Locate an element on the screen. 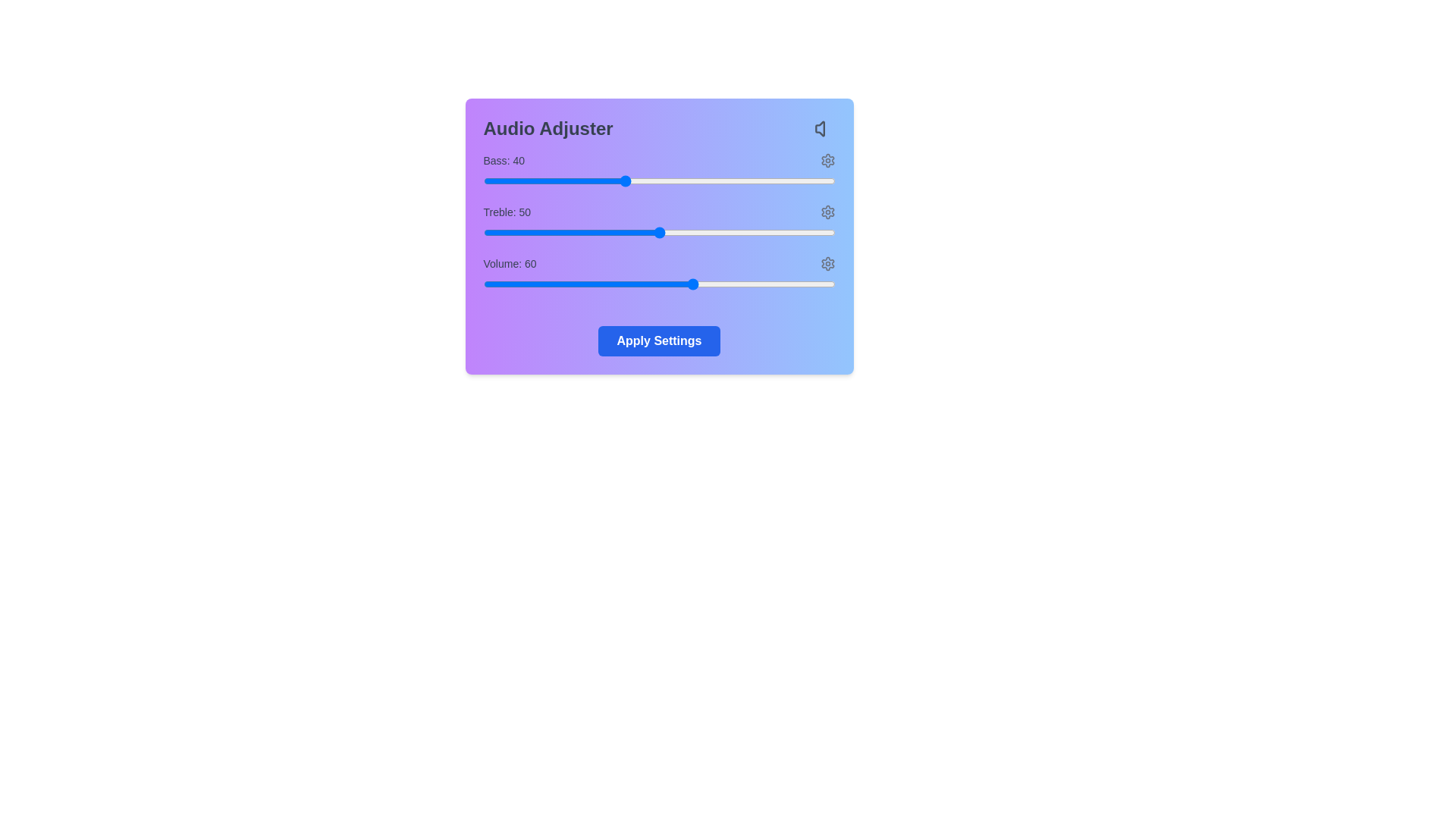 The image size is (1456, 819). the treble level is located at coordinates (529, 233).